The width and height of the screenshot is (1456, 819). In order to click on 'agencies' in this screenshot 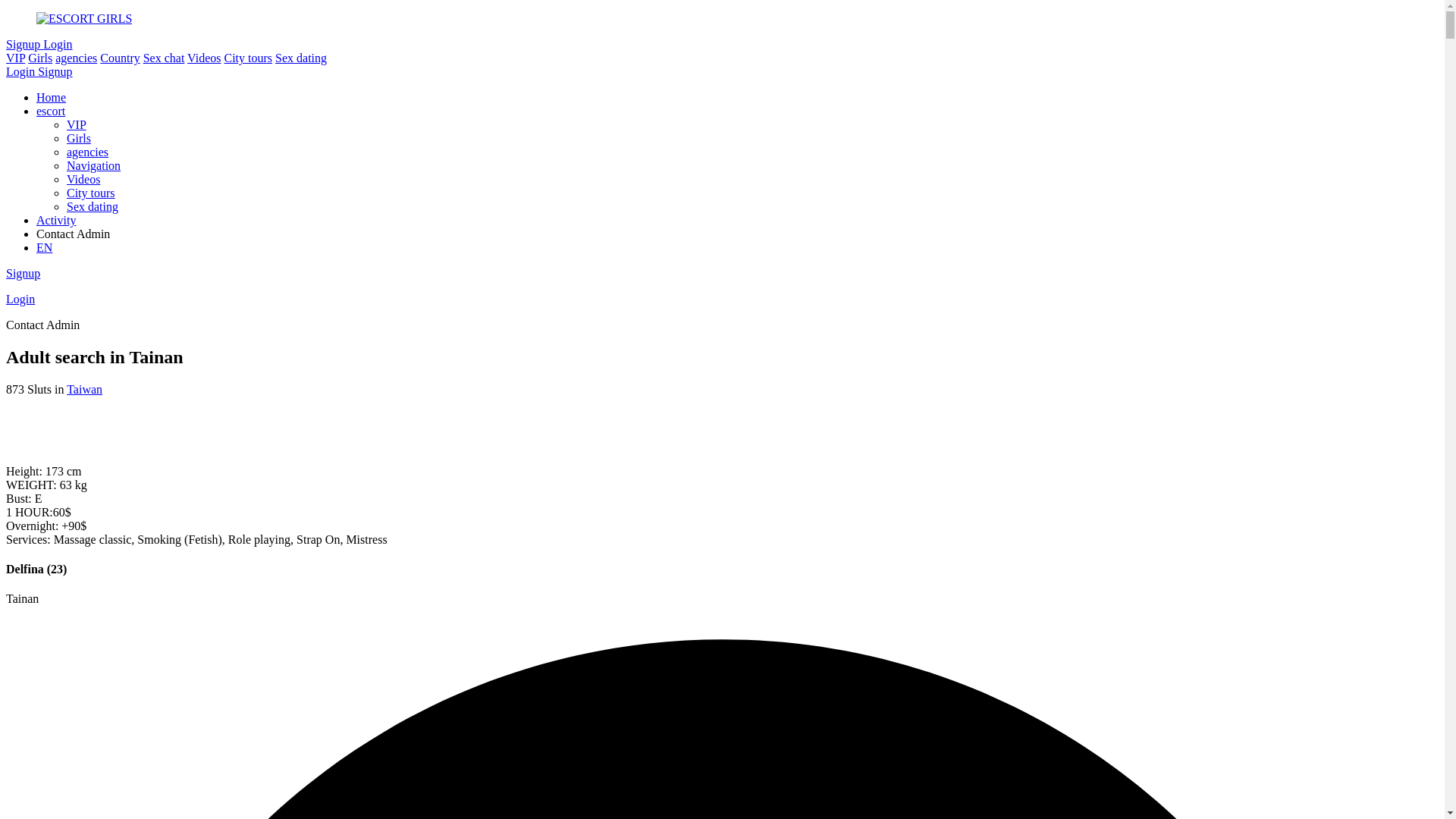, I will do `click(75, 57)`.